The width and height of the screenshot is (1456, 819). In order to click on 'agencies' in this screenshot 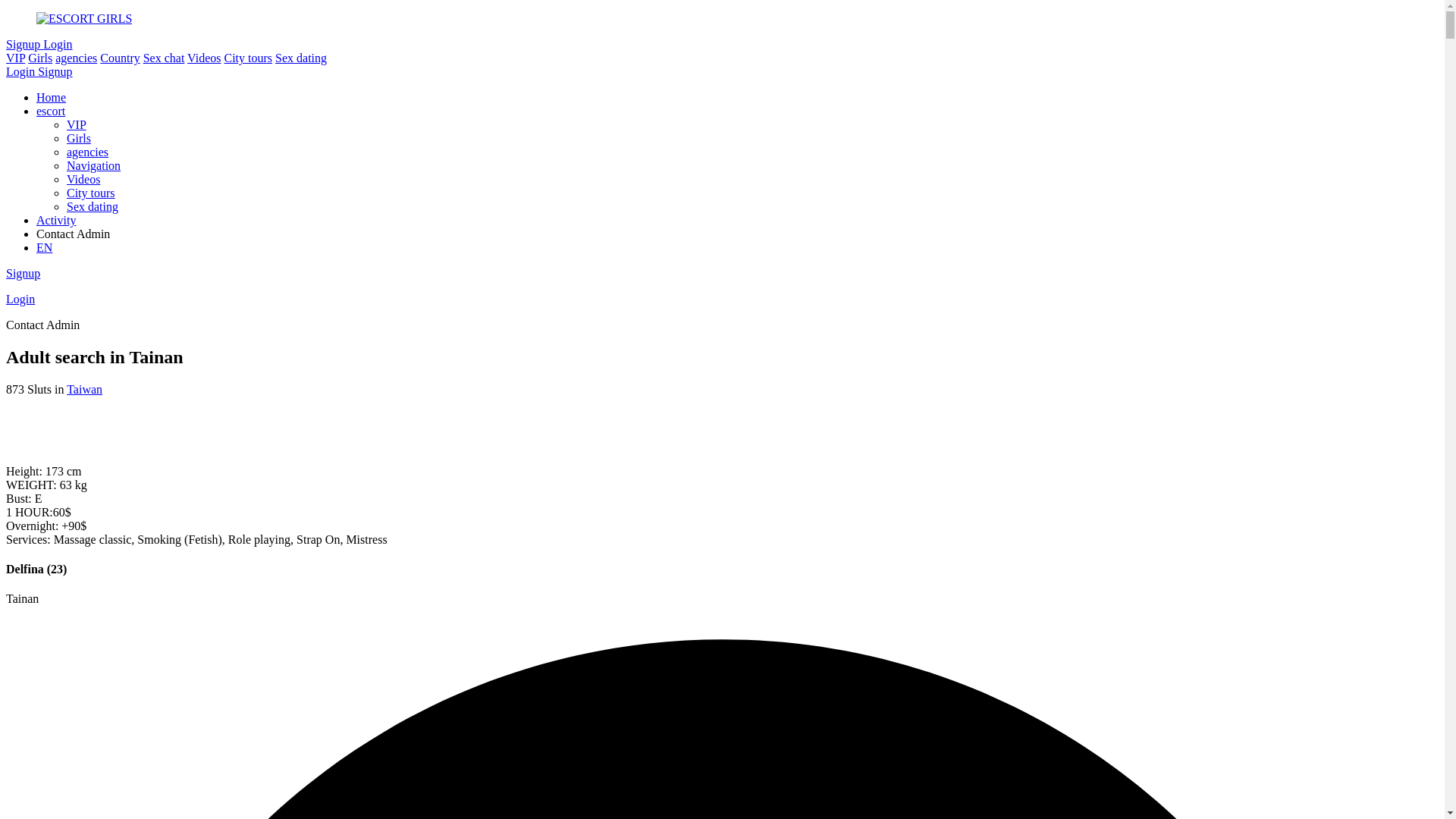, I will do `click(75, 57)`.